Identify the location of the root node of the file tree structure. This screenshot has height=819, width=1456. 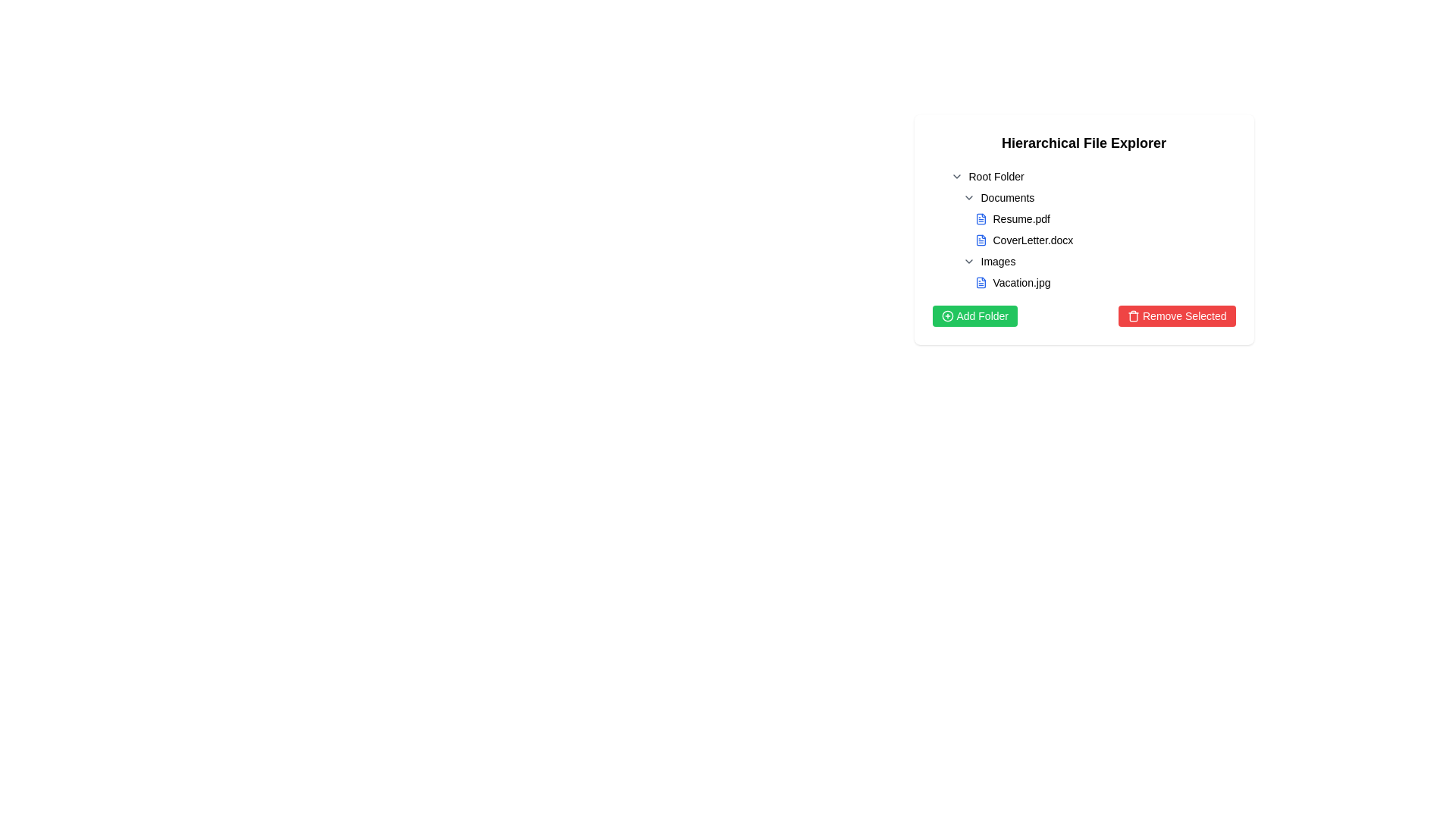
(1089, 175).